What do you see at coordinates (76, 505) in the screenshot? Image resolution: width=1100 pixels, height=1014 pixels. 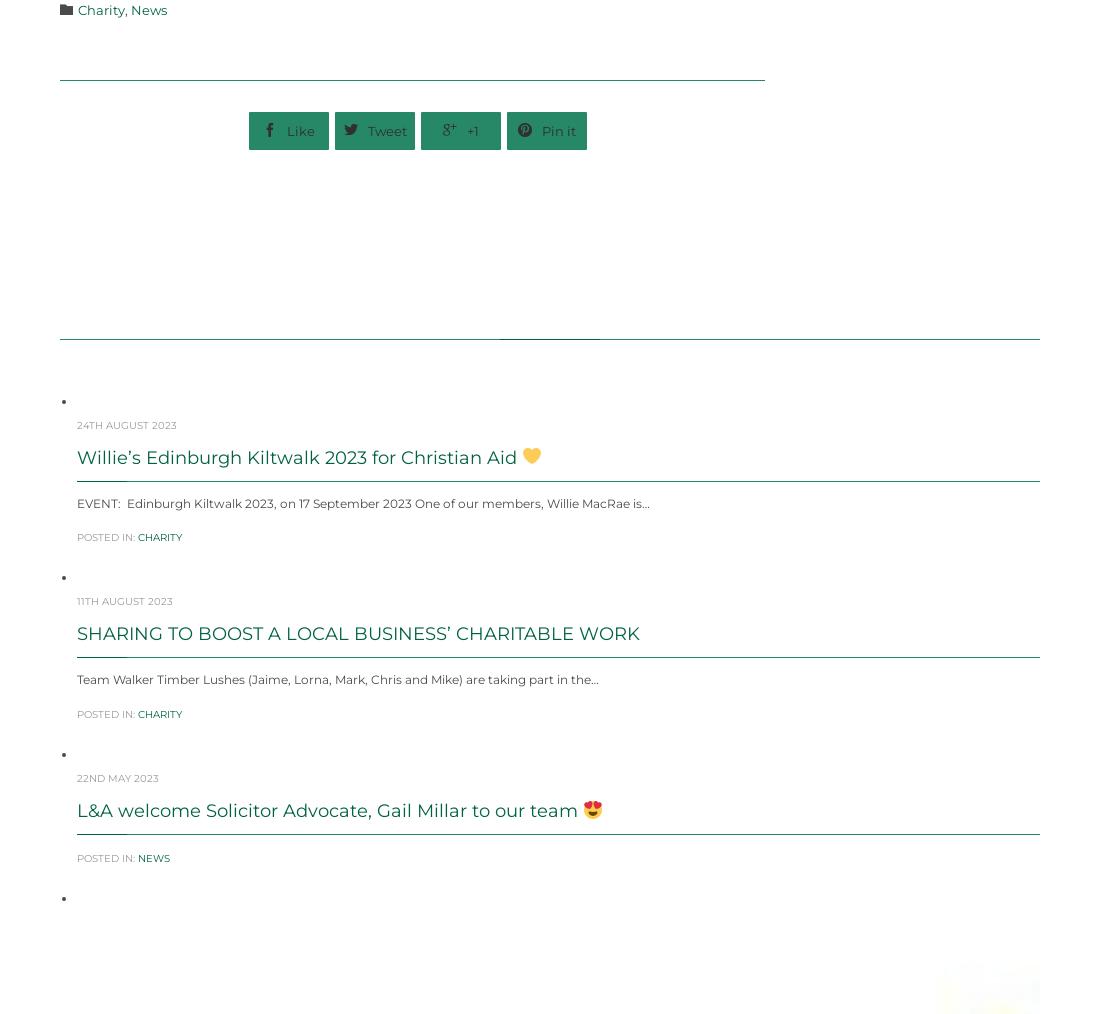 I see `'Willie’s Edinburgh Kiltwalk 2023 for Christian Aid'` at bounding box center [76, 505].